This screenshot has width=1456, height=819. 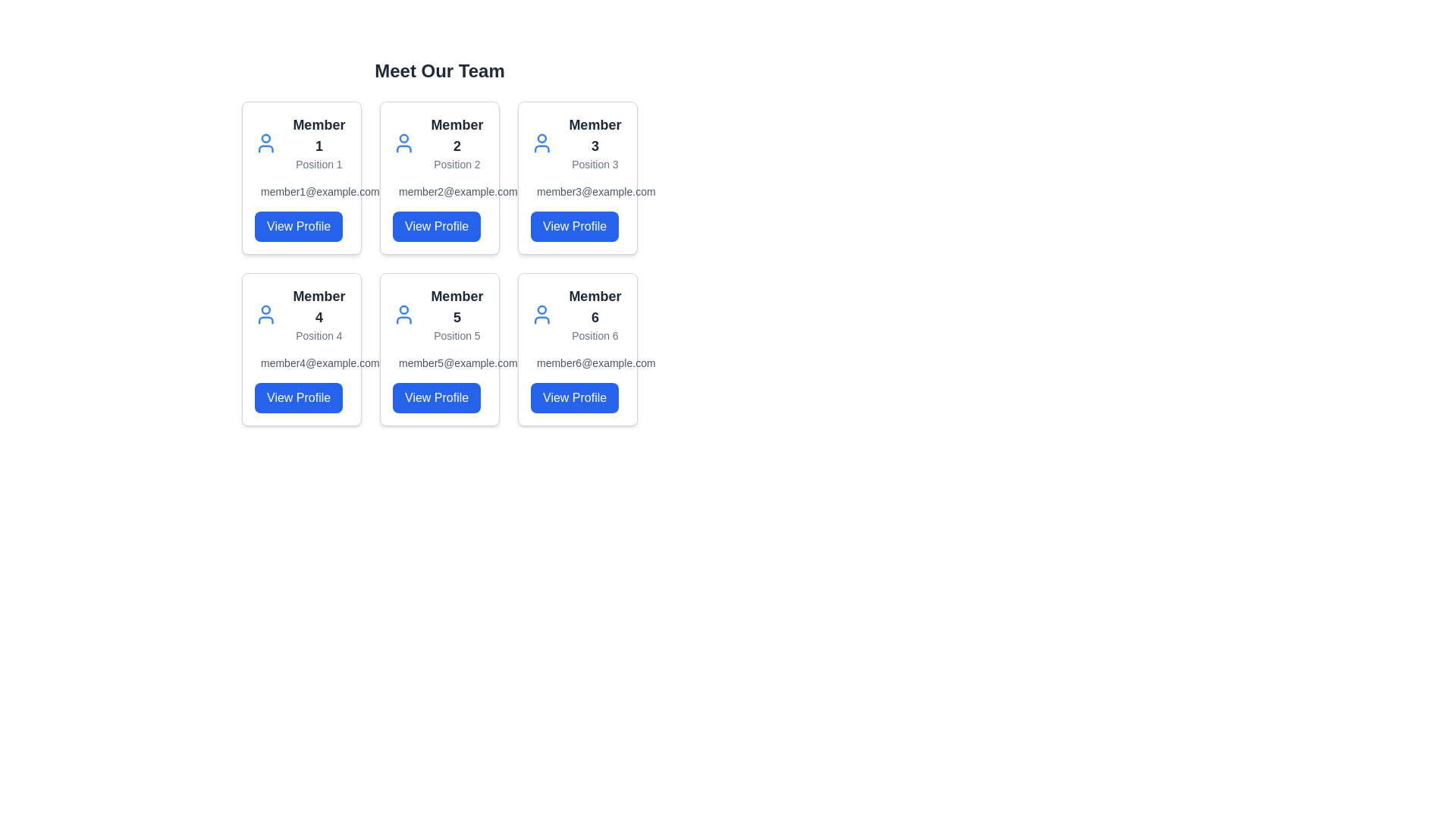 What do you see at coordinates (302, 191) in the screenshot?
I see `the static text displaying the email address 'member1@example.com' located in the first card of the 'Meet Our Team' layout` at bounding box center [302, 191].